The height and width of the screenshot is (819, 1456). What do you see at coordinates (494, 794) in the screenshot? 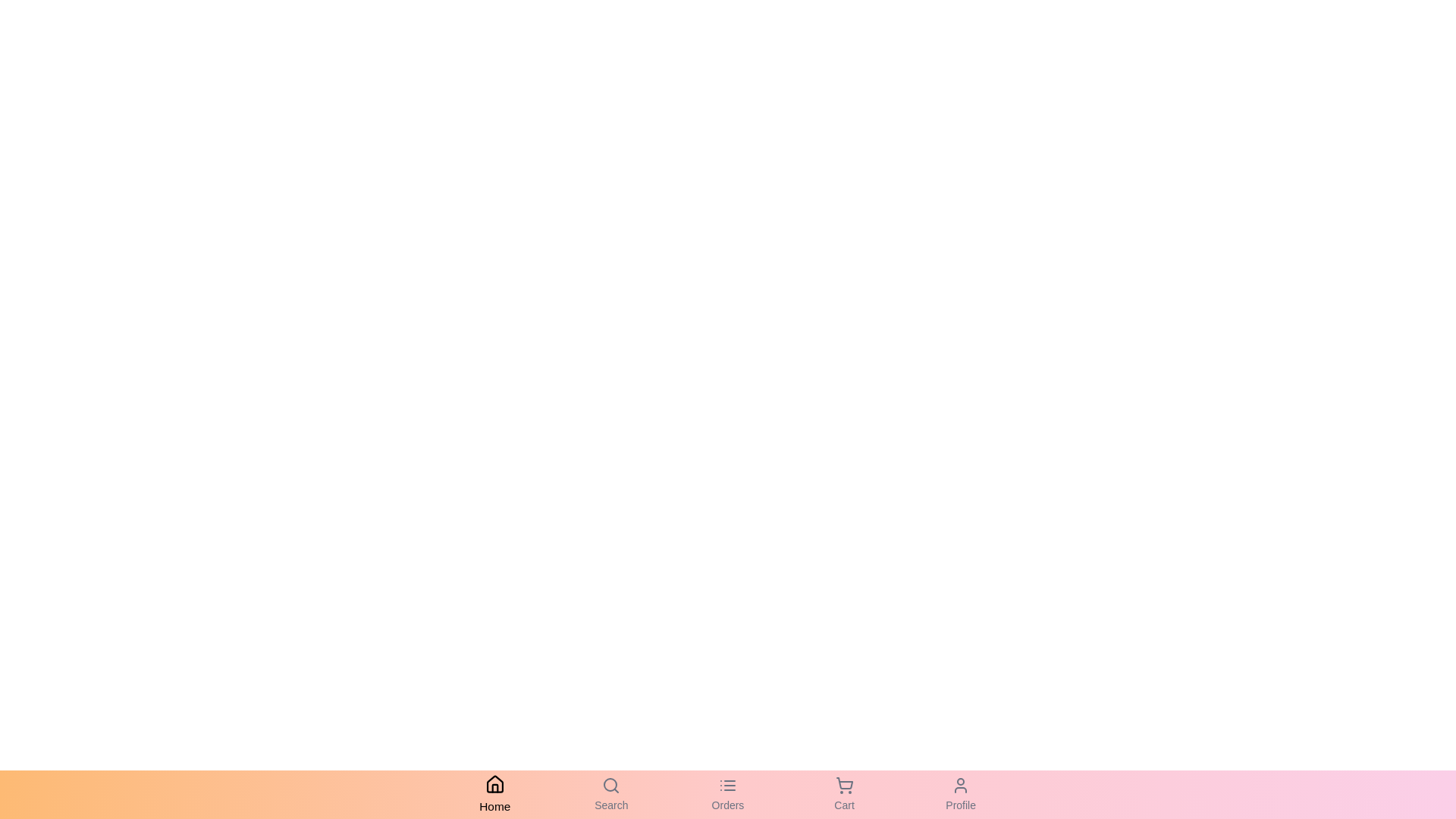
I see `the tab Home to observe its highlight` at bounding box center [494, 794].